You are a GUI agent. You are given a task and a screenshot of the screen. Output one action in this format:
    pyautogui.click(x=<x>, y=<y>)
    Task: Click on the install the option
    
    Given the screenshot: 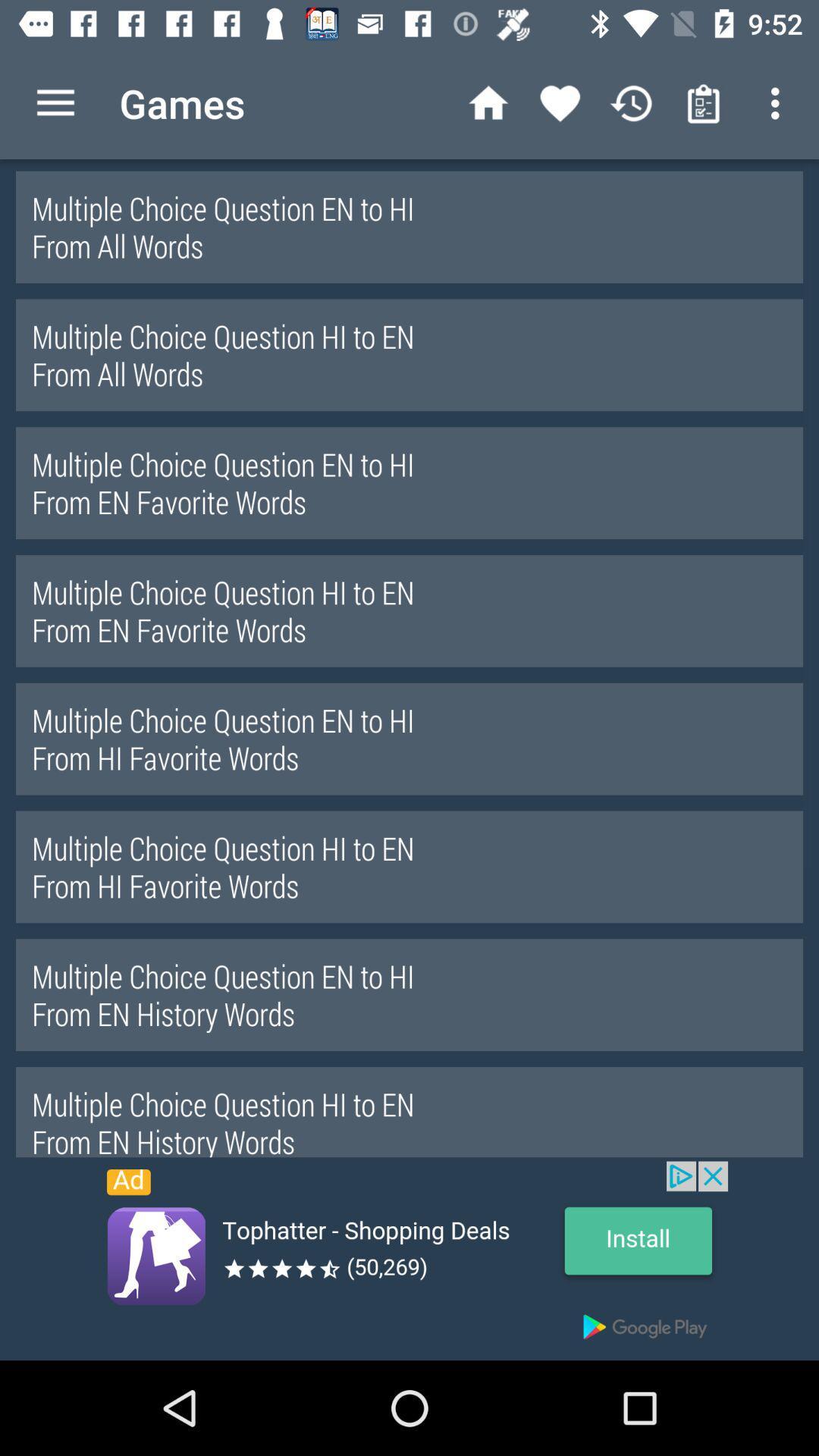 What is the action you would take?
    pyautogui.click(x=409, y=1260)
    